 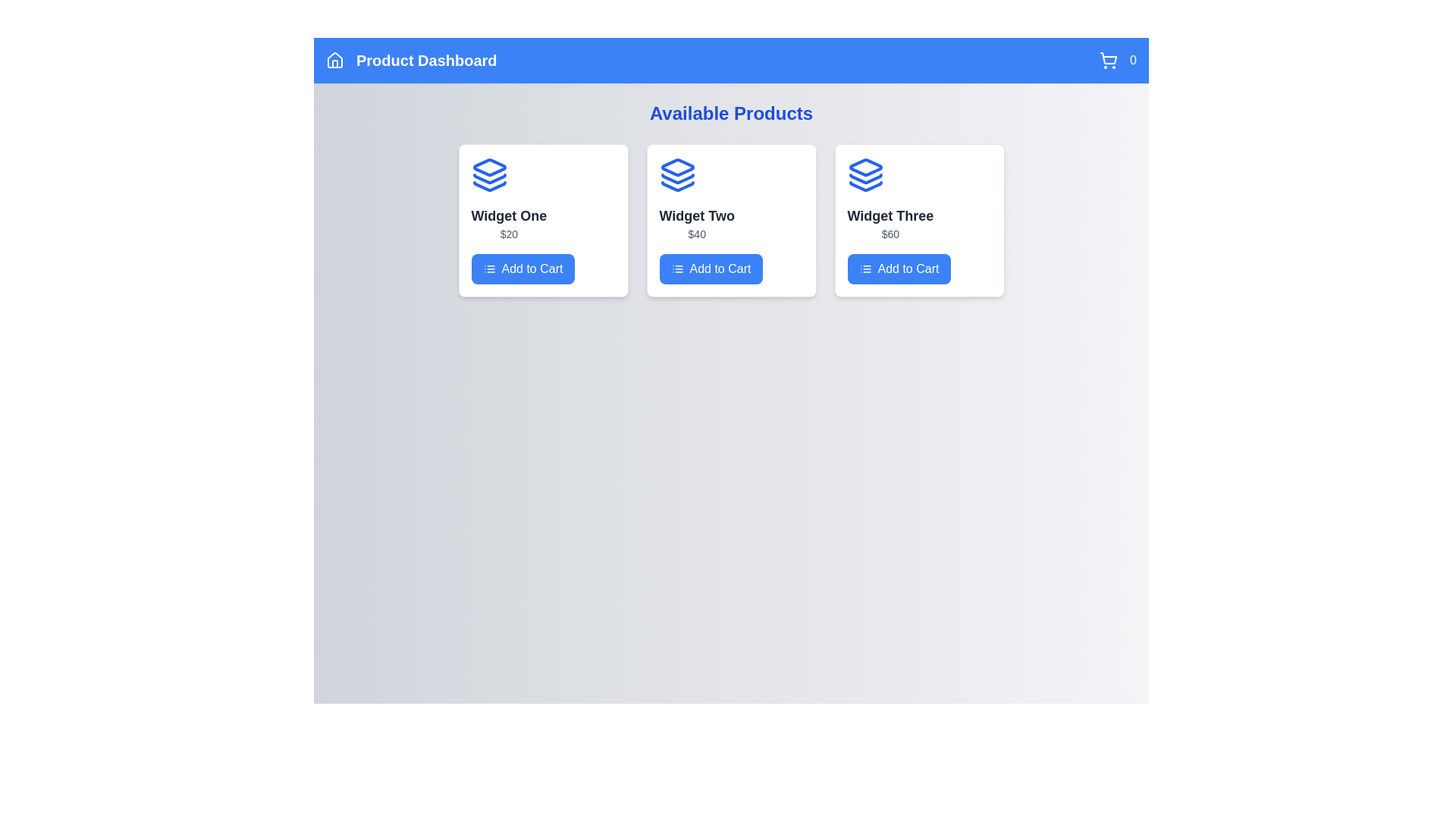 I want to click on the leftmost icon within the 'Add to Cart' button for 'Widget One' in the product dashboard, so click(x=489, y=268).